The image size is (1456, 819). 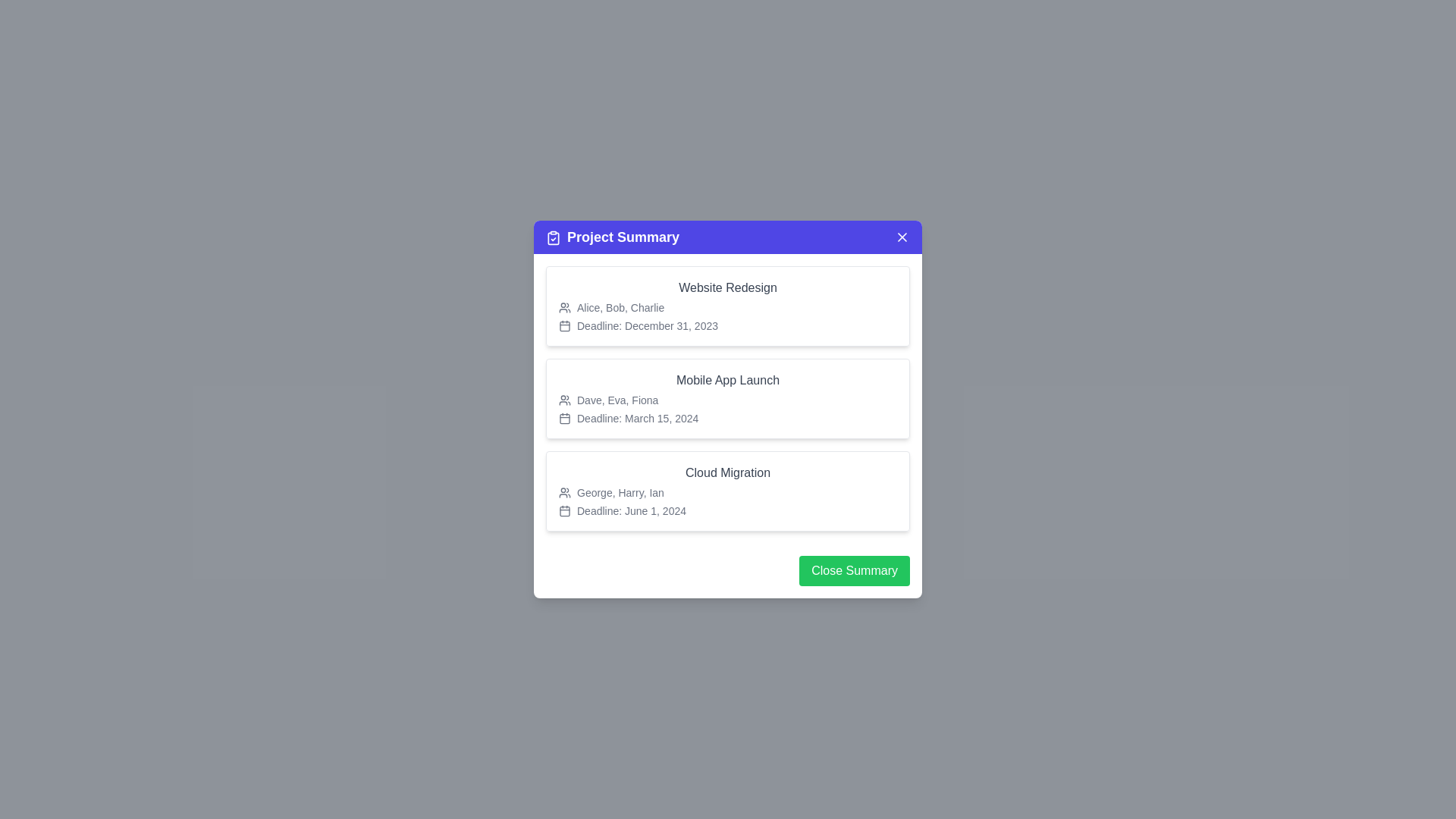 What do you see at coordinates (902, 237) in the screenshot?
I see `close button to close the Project Summary dialog` at bounding box center [902, 237].